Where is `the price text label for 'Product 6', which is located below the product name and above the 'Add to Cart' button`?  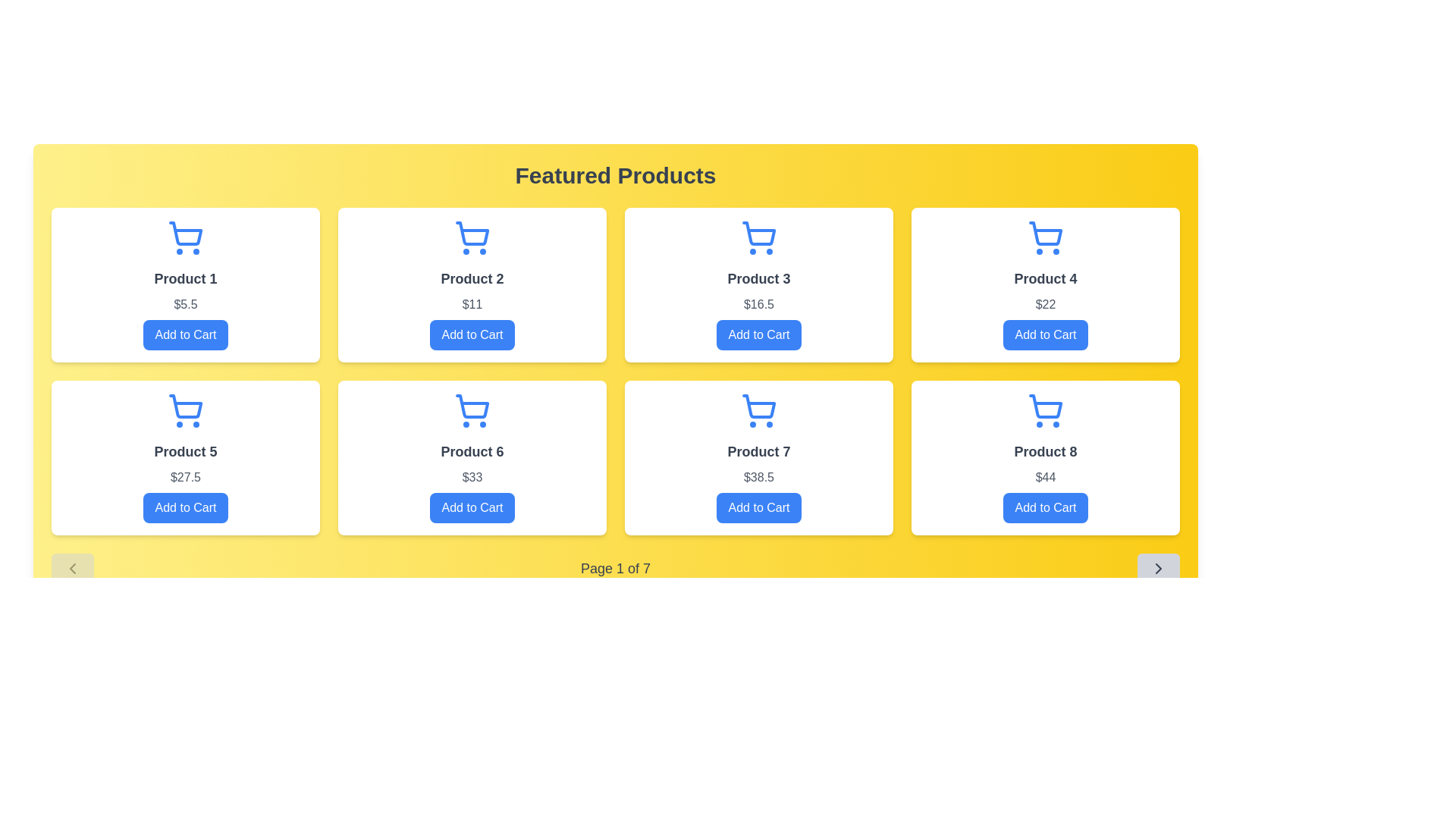
the price text label for 'Product 6', which is located below the product name and above the 'Add to Cart' button is located at coordinates (472, 476).